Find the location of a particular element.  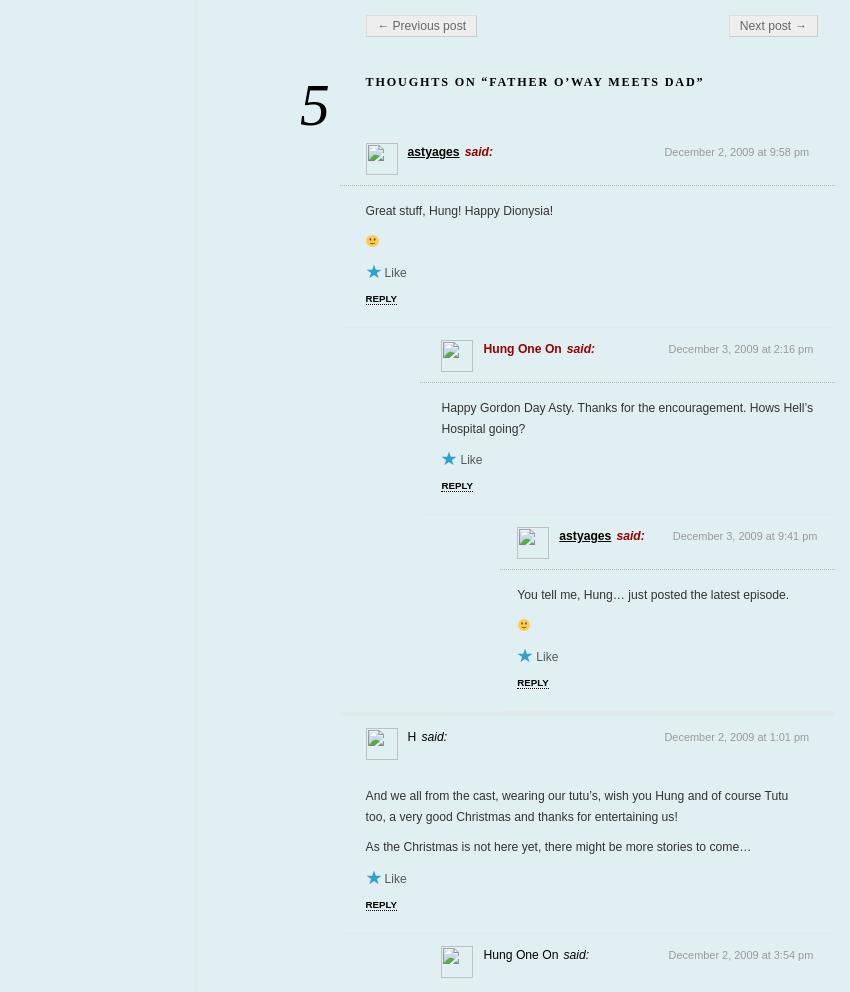

'← Previous post' is located at coordinates (421, 23).